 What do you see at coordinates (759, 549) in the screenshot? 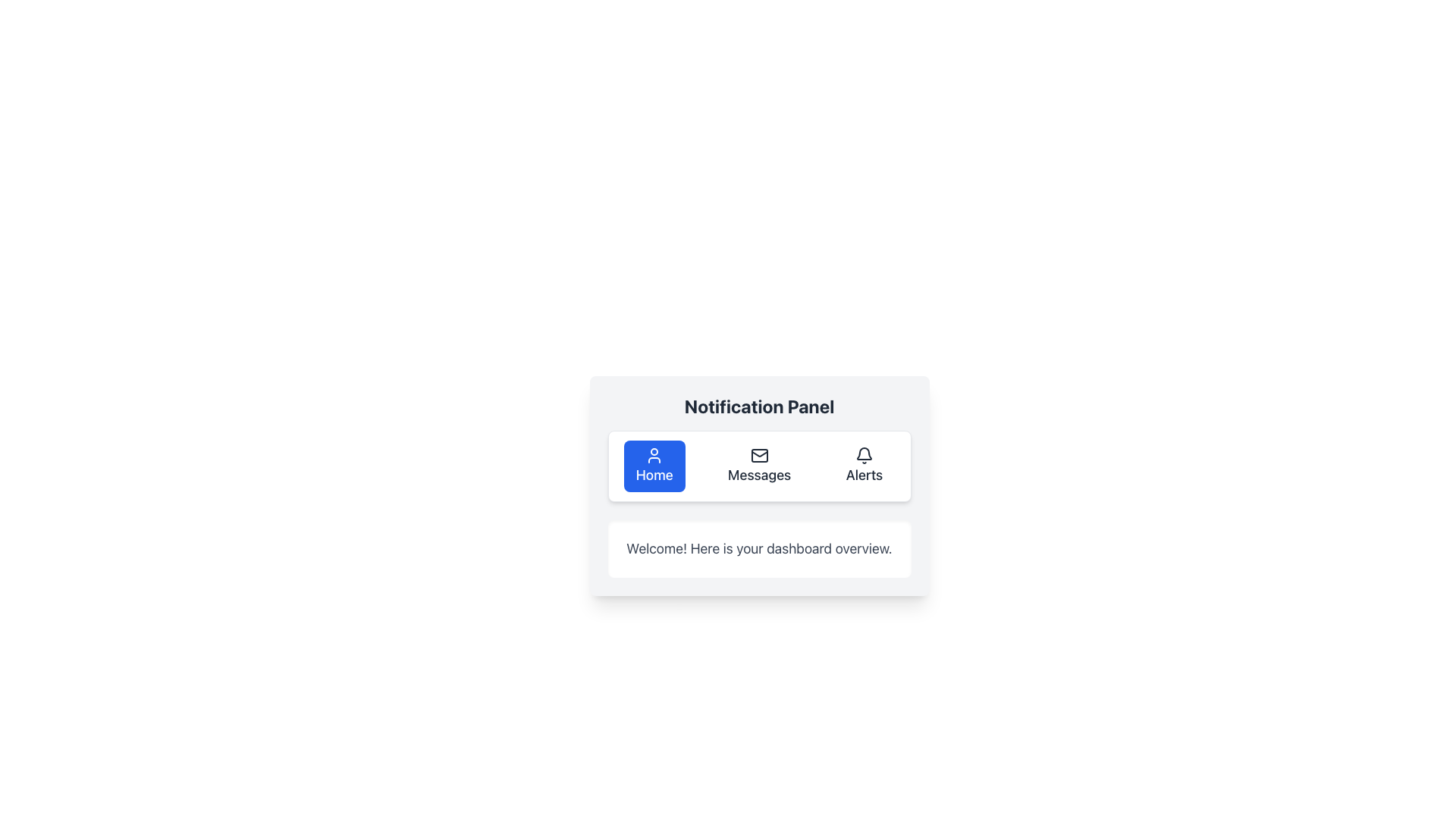
I see `the static welcome message text located in the center of the dashboard interface, below the interactive buttons 'Home', 'Messages', and 'Alerts'` at bounding box center [759, 549].